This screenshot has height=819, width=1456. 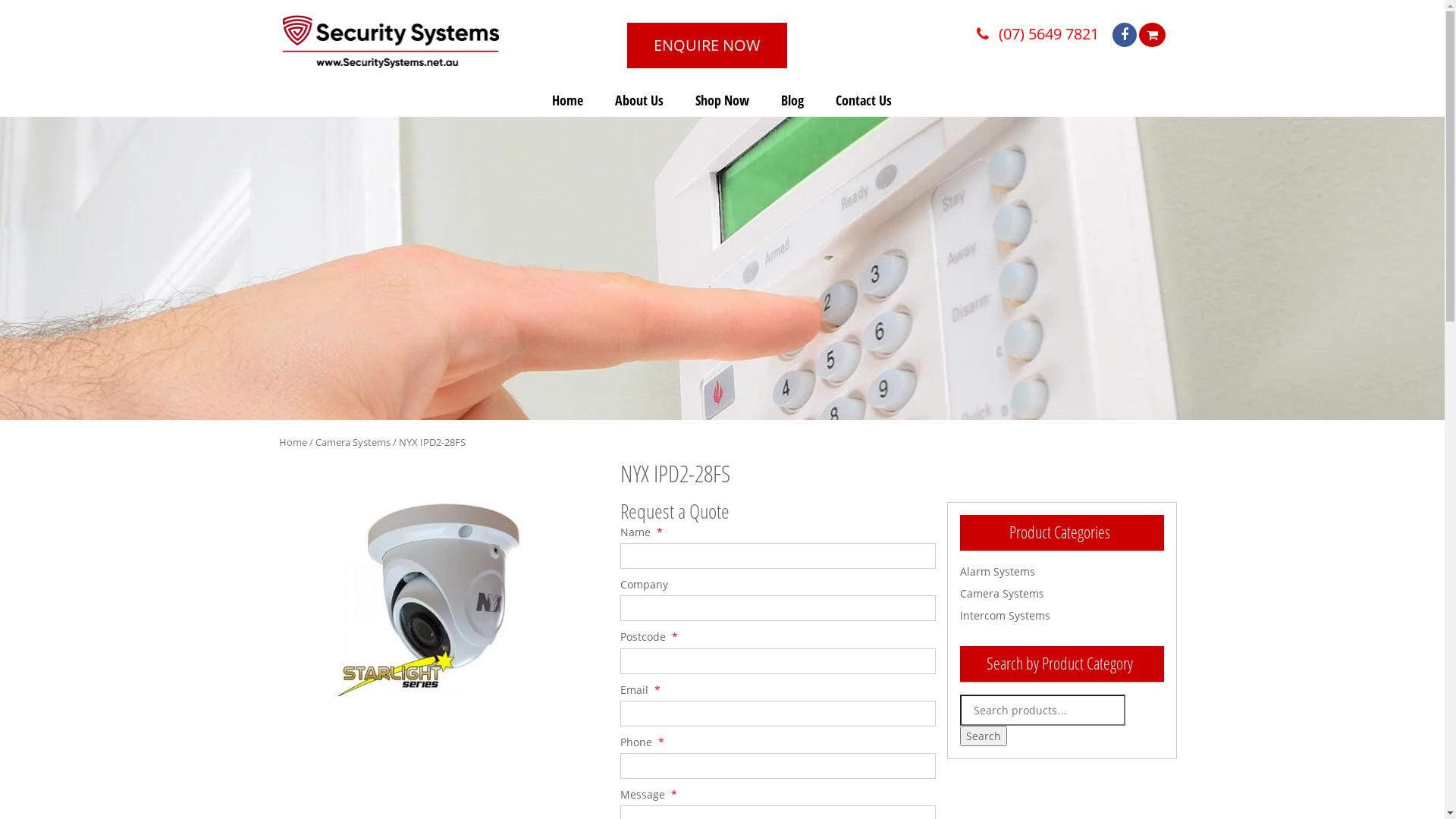 What do you see at coordinates (721, 99) in the screenshot?
I see `'Shop Now'` at bounding box center [721, 99].